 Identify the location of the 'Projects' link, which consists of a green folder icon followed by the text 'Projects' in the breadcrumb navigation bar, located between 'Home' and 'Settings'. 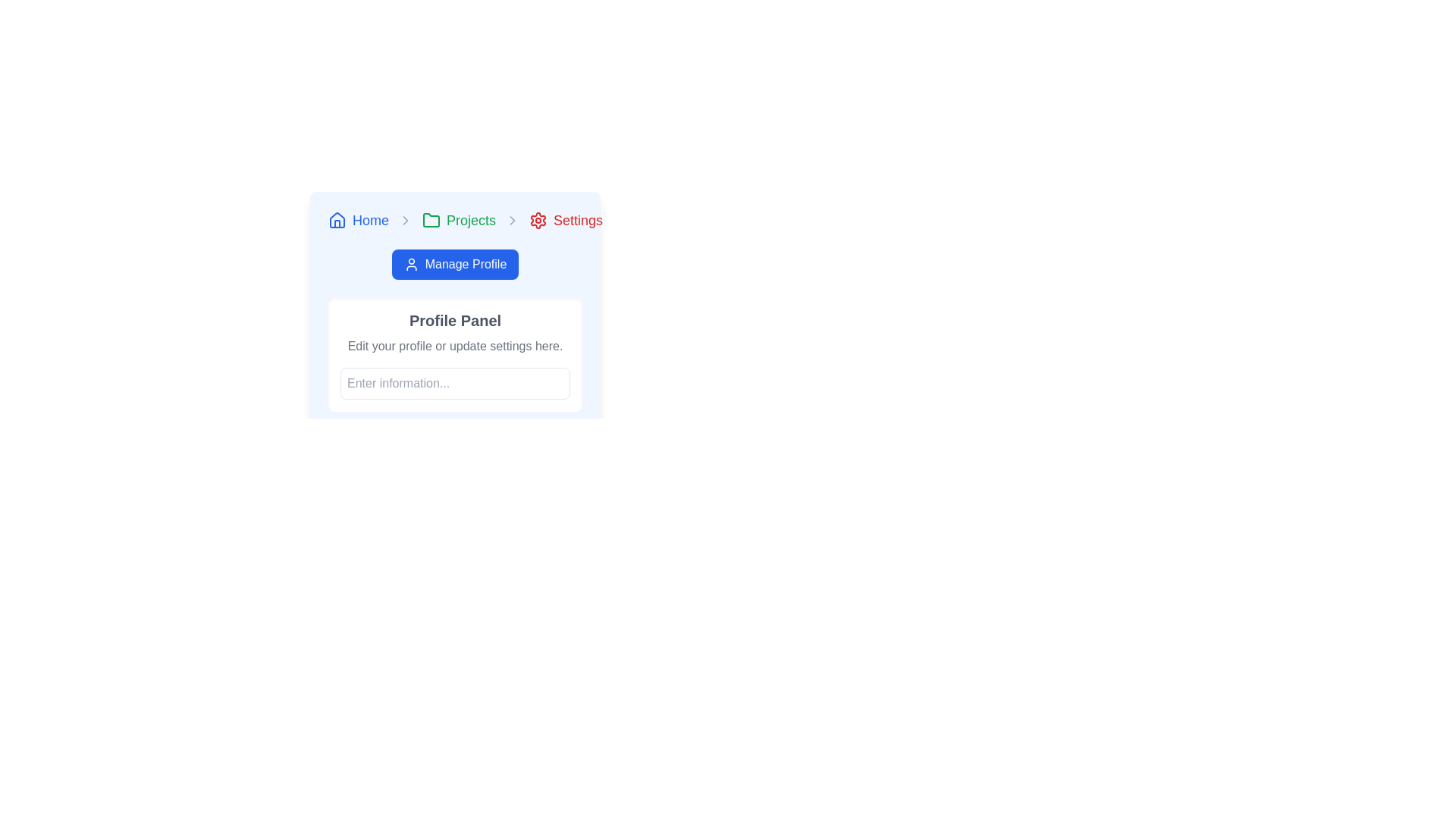
(458, 220).